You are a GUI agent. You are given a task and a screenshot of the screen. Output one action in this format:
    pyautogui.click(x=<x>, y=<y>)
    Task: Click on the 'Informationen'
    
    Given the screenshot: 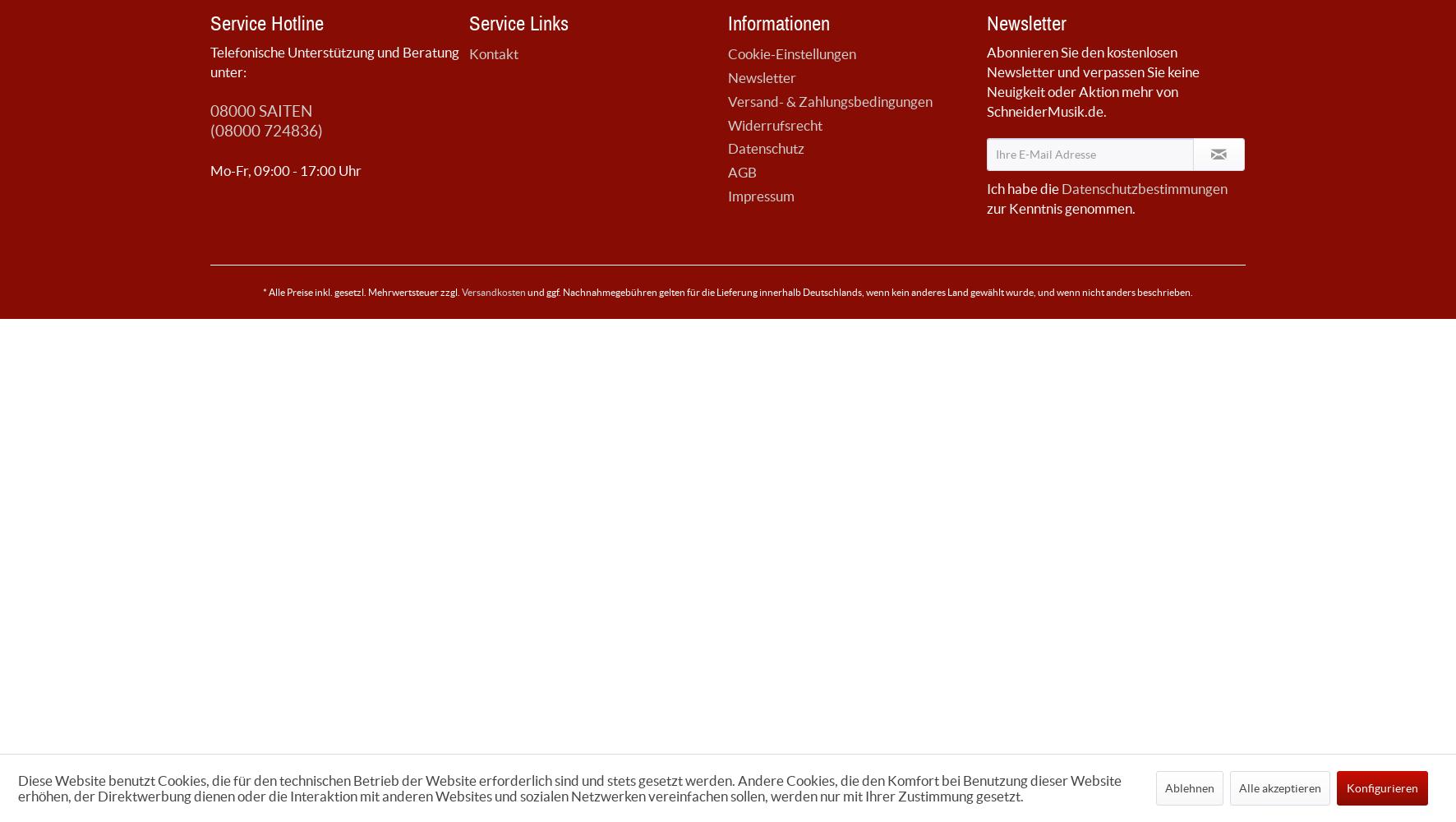 What is the action you would take?
    pyautogui.click(x=778, y=22)
    